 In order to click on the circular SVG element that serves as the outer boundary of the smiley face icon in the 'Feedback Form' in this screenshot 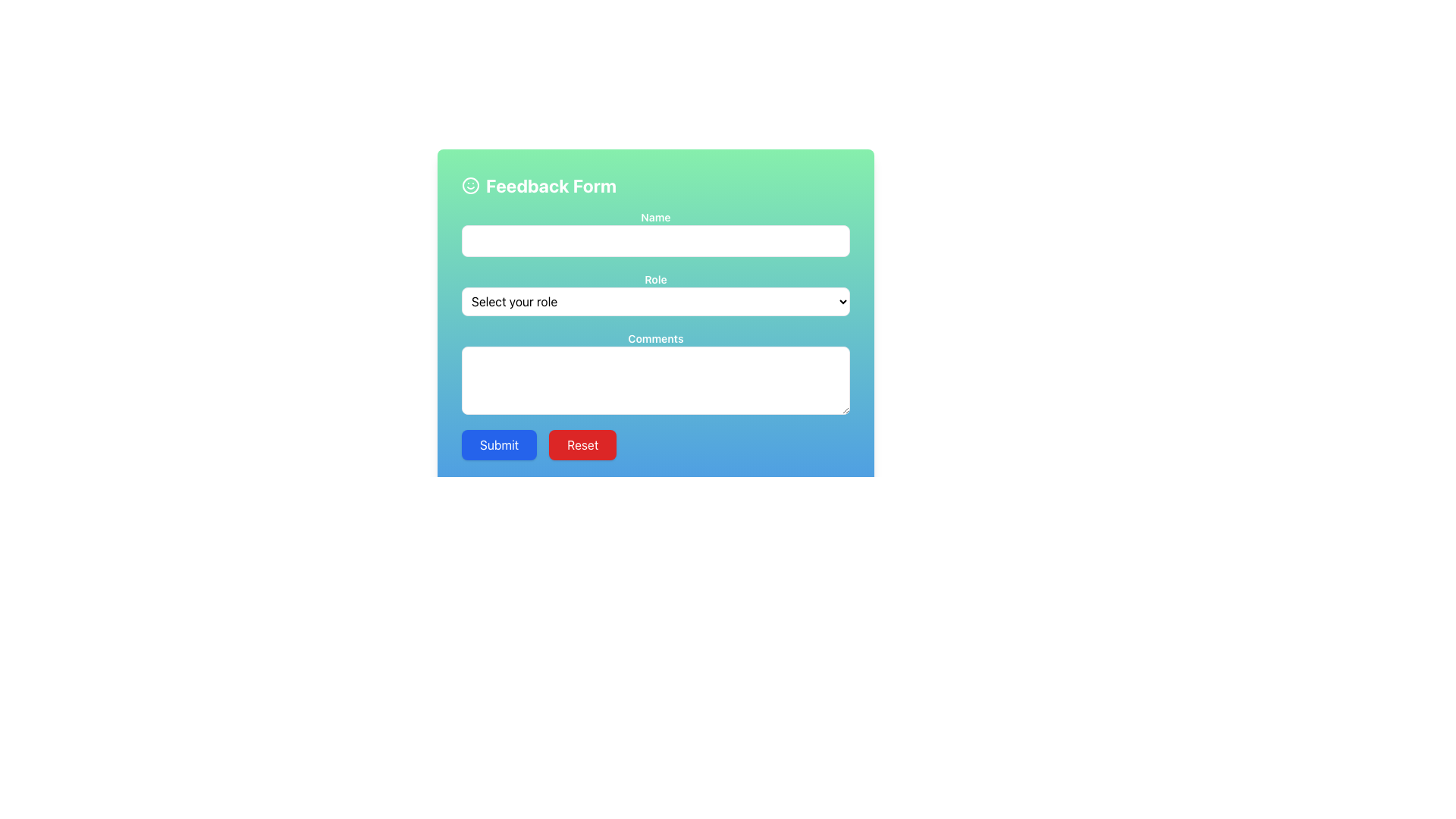, I will do `click(469, 185)`.